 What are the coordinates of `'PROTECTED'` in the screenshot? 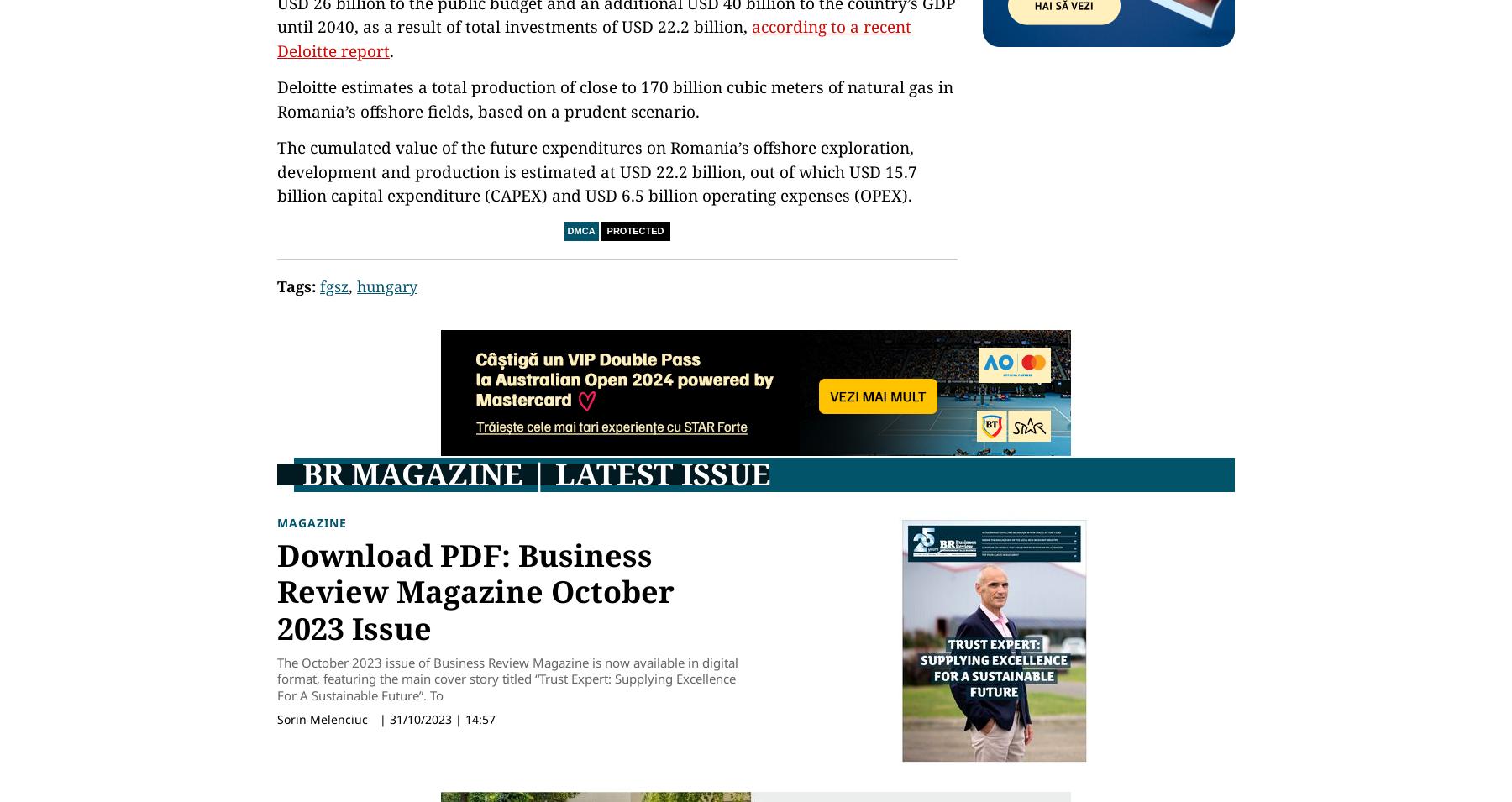 It's located at (634, 231).